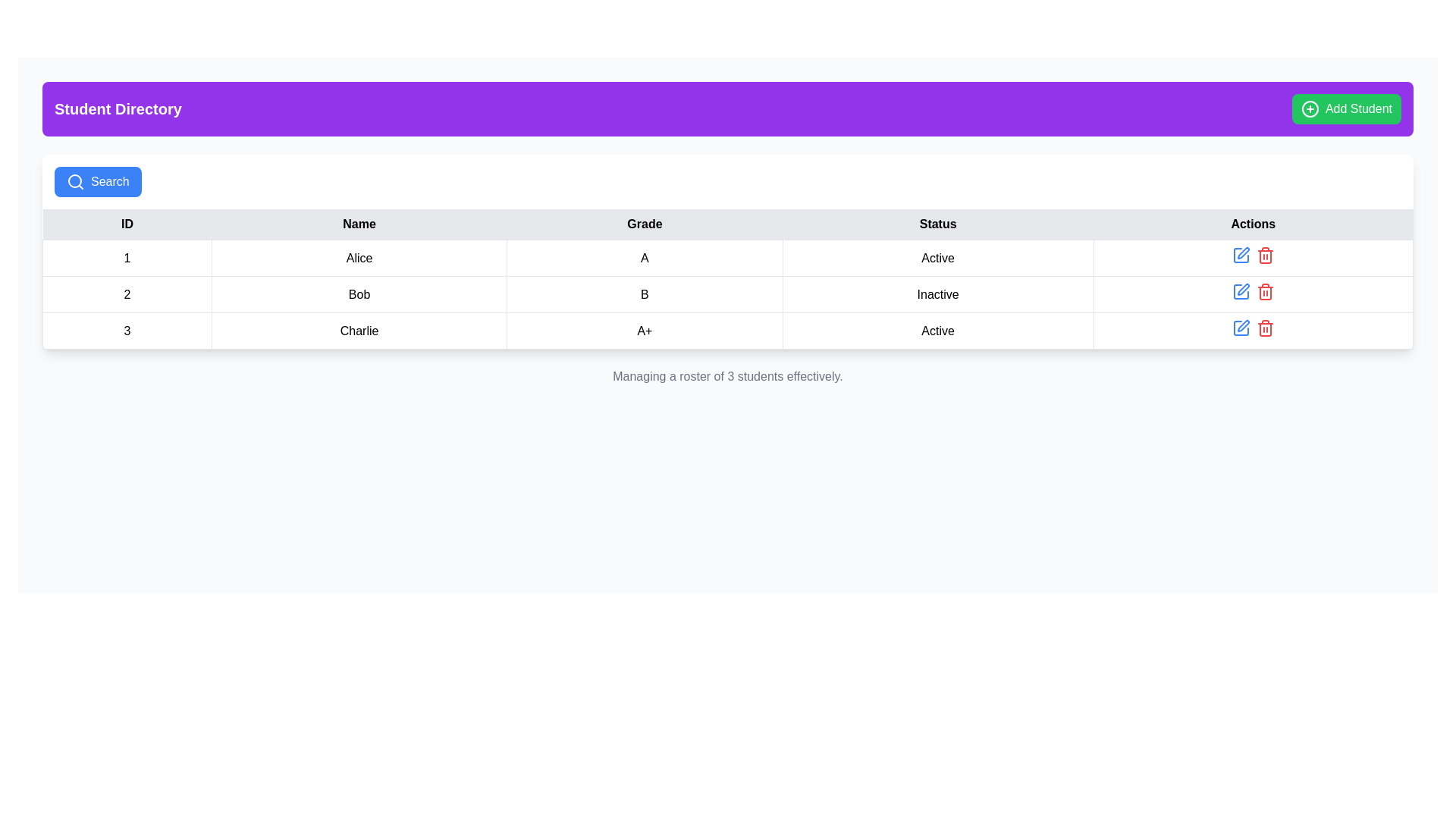 The height and width of the screenshot is (819, 1456). What do you see at coordinates (127, 329) in the screenshot?
I see `the table cell containing the text '3', which is styled with a centered black numeral on a white background, located in the third row under the 'ID' column header` at bounding box center [127, 329].